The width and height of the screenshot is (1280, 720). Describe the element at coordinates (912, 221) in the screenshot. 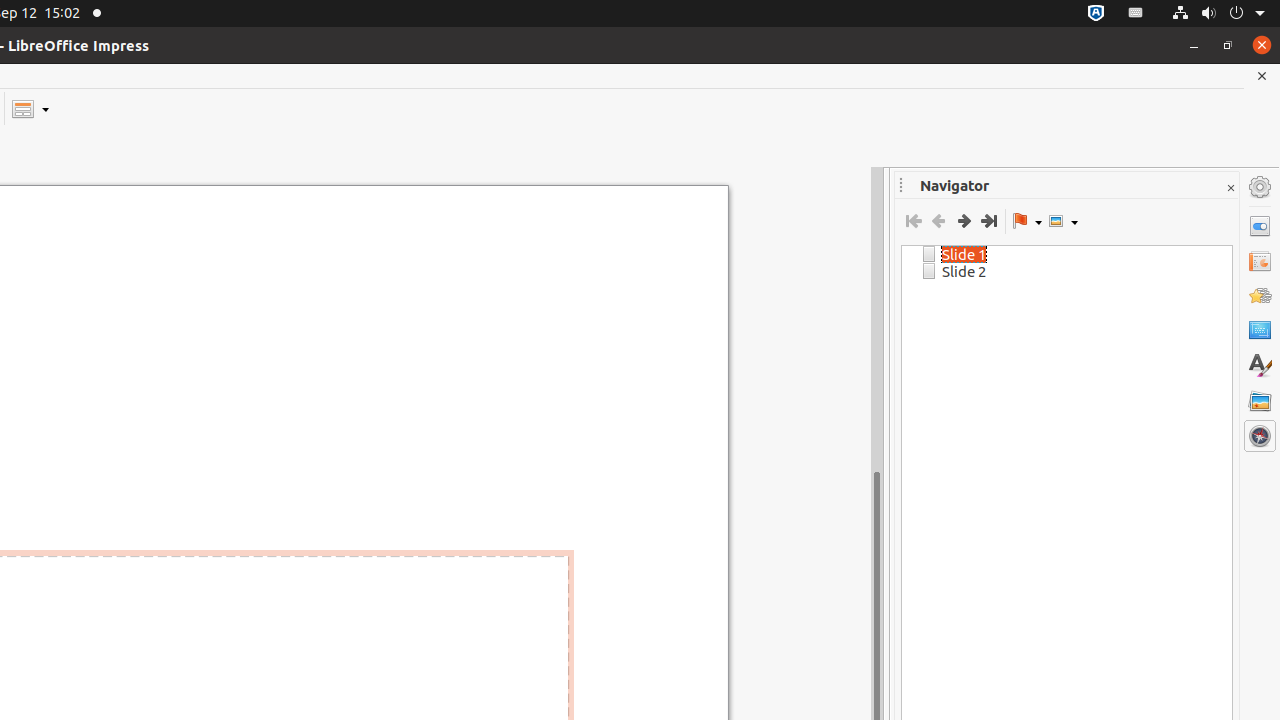

I see `'First Slide'` at that location.